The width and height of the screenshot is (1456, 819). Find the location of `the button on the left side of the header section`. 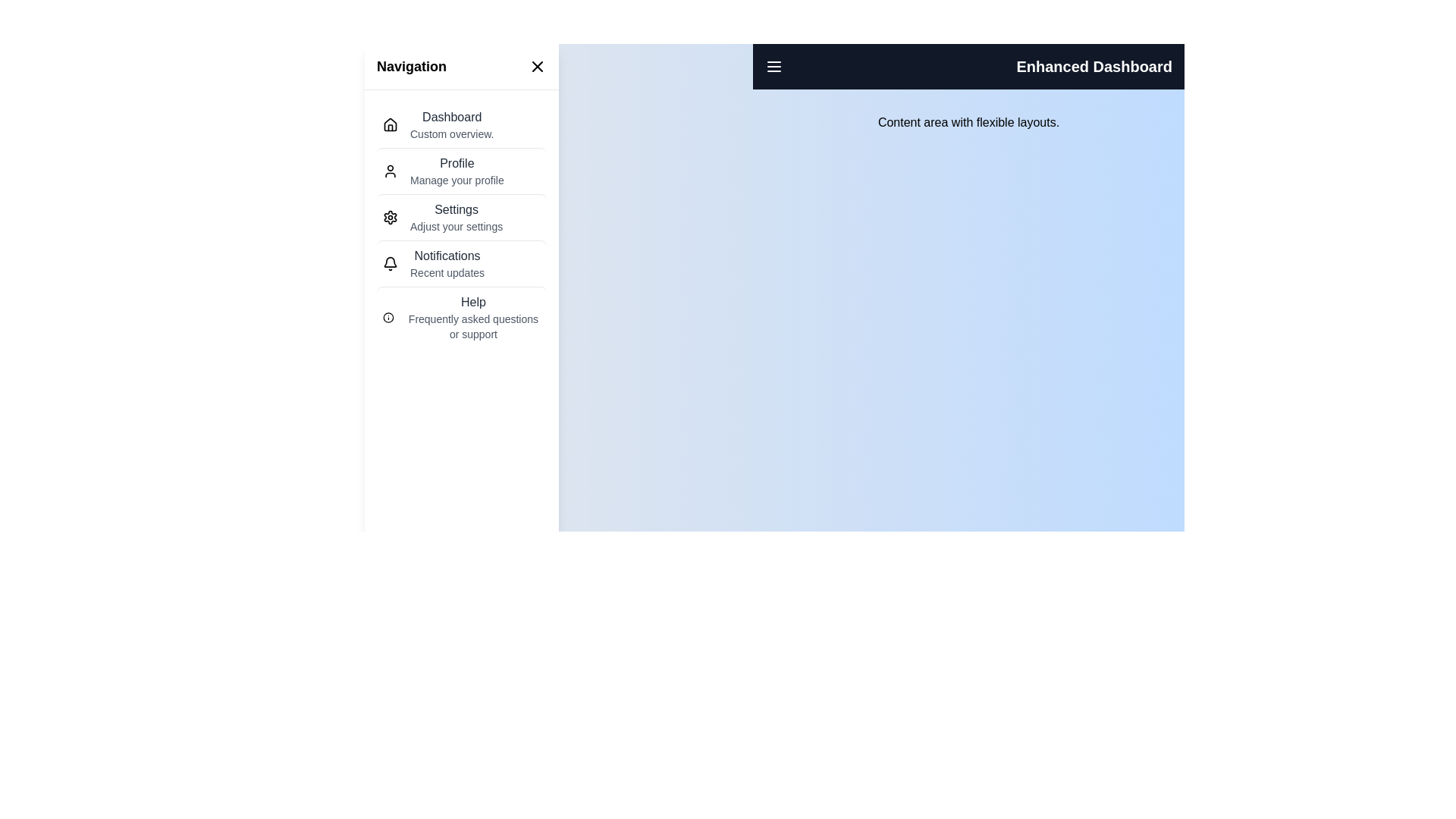

the button on the left side of the header section is located at coordinates (774, 66).